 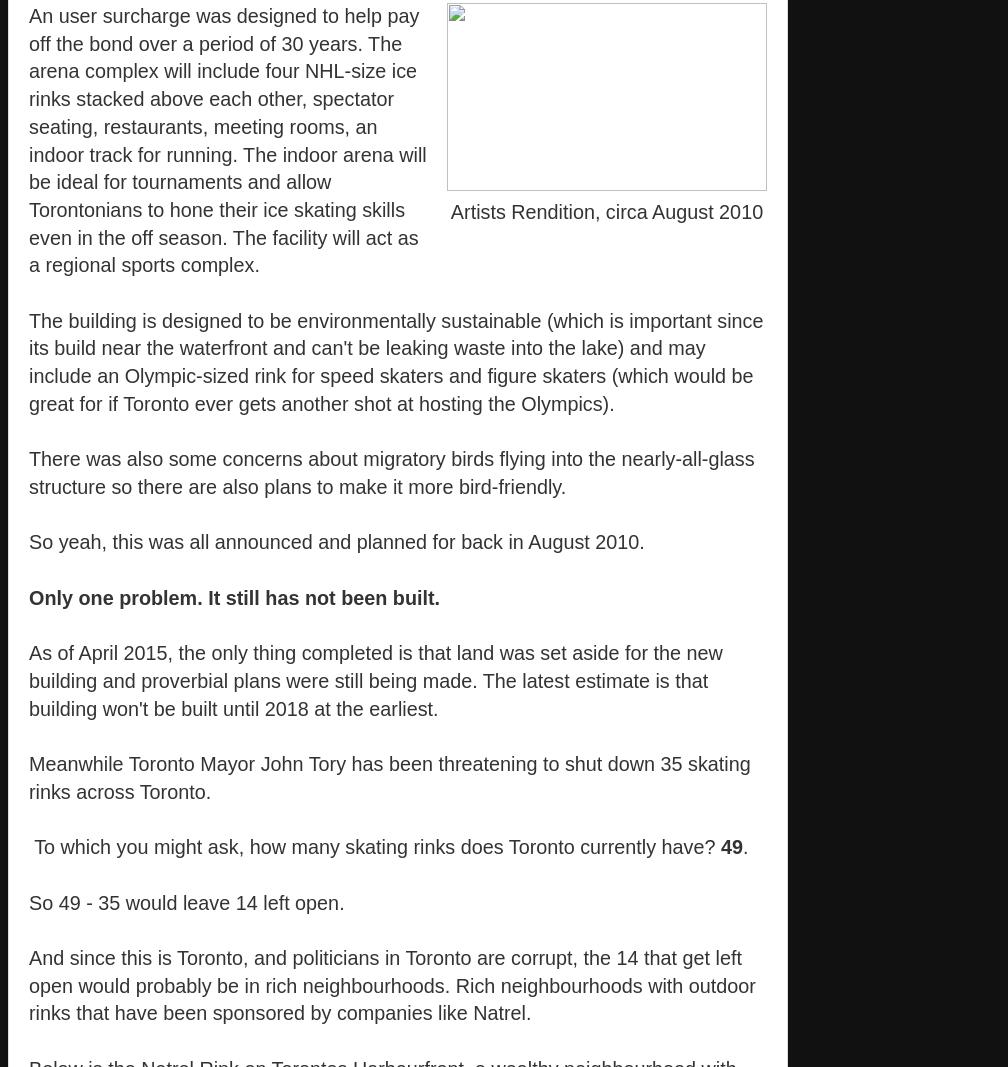 I want to click on 'So yeah, this was all announced and planned for back in August 2010.', so click(x=336, y=542).